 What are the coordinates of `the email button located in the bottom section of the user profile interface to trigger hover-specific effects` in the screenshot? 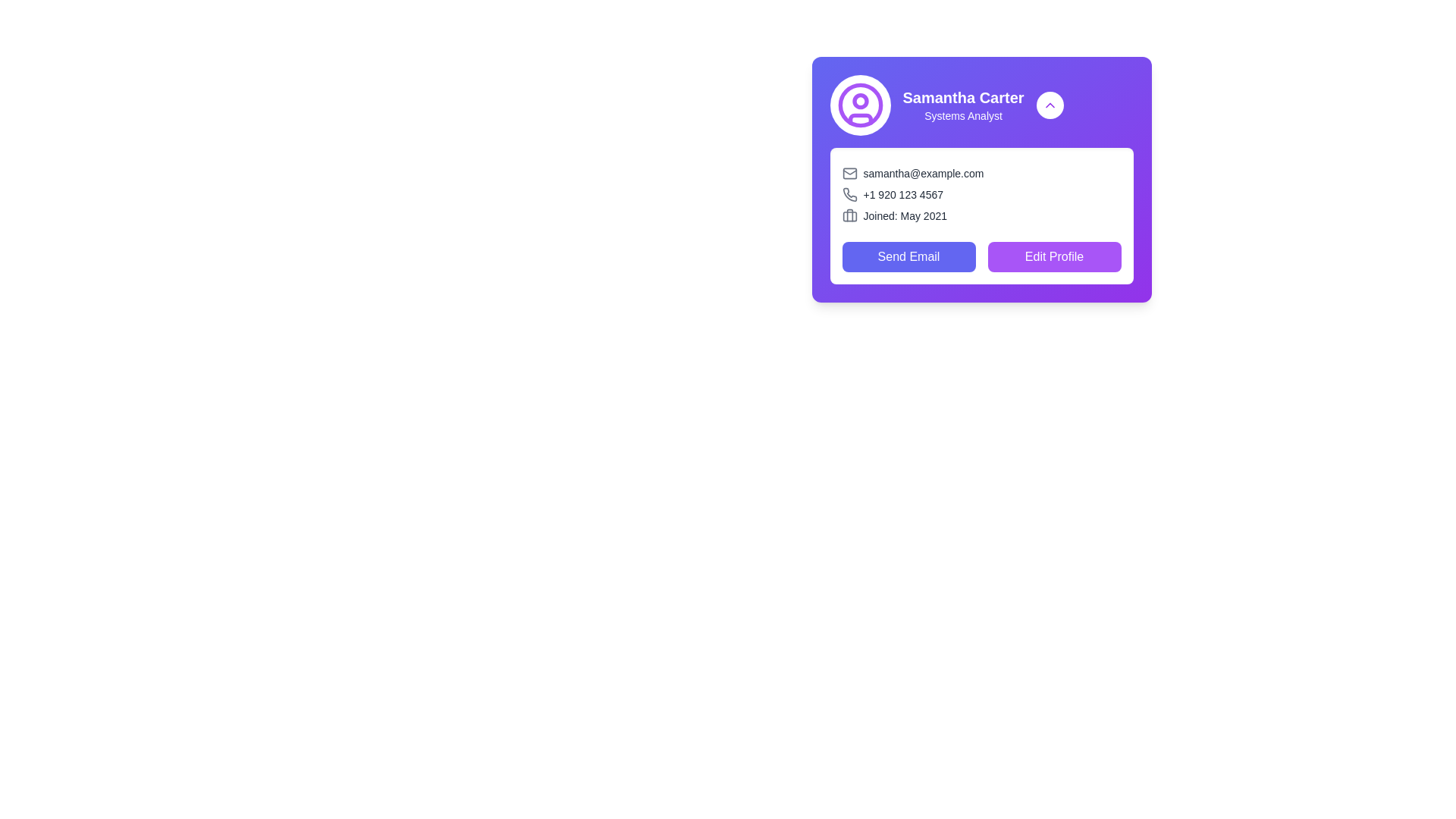 It's located at (908, 256).